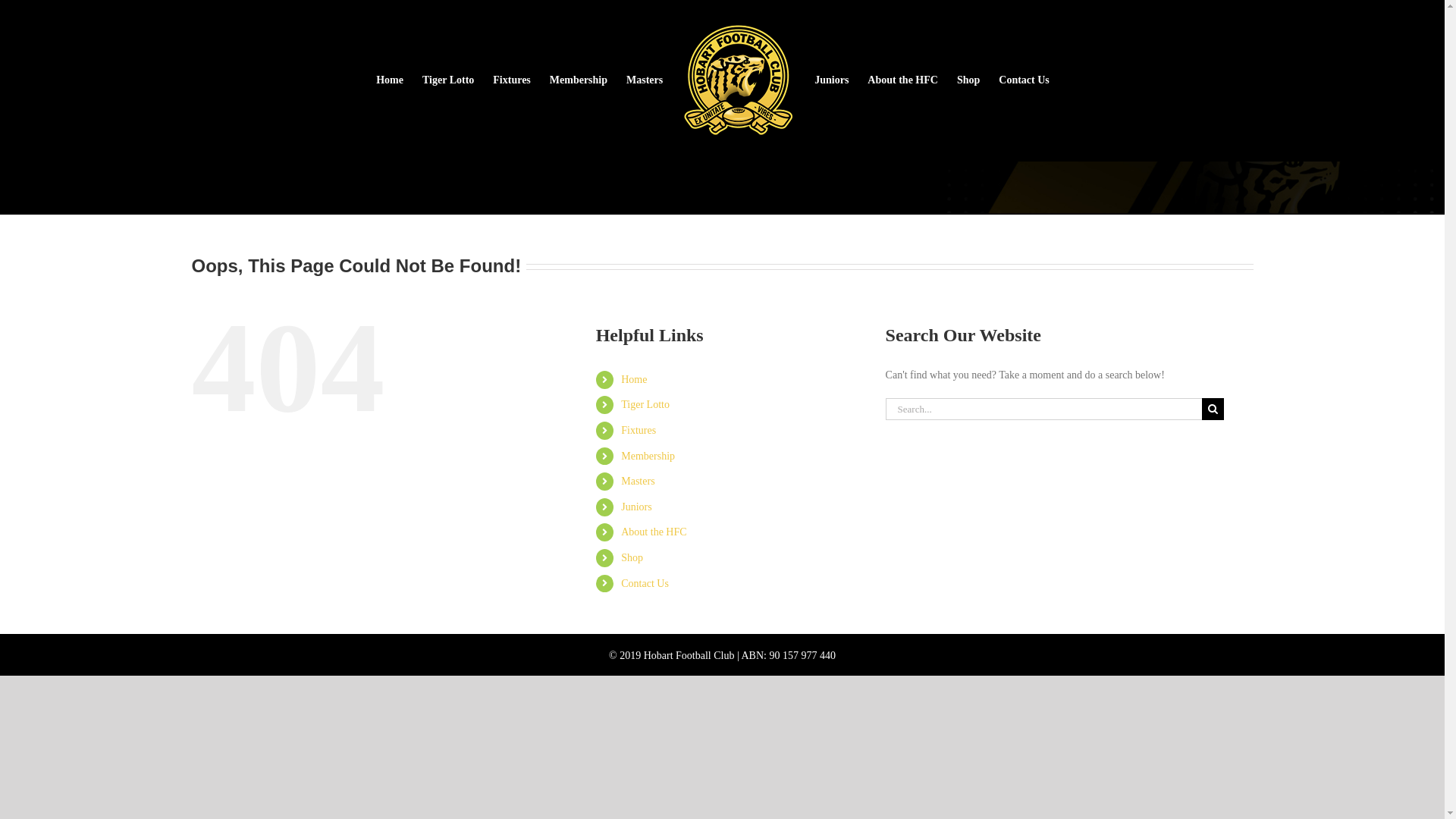 This screenshot has height=819, width=1456. Describe the element at coordinates (578, 80) in the screenshot. I see `'Membership'` at that location.